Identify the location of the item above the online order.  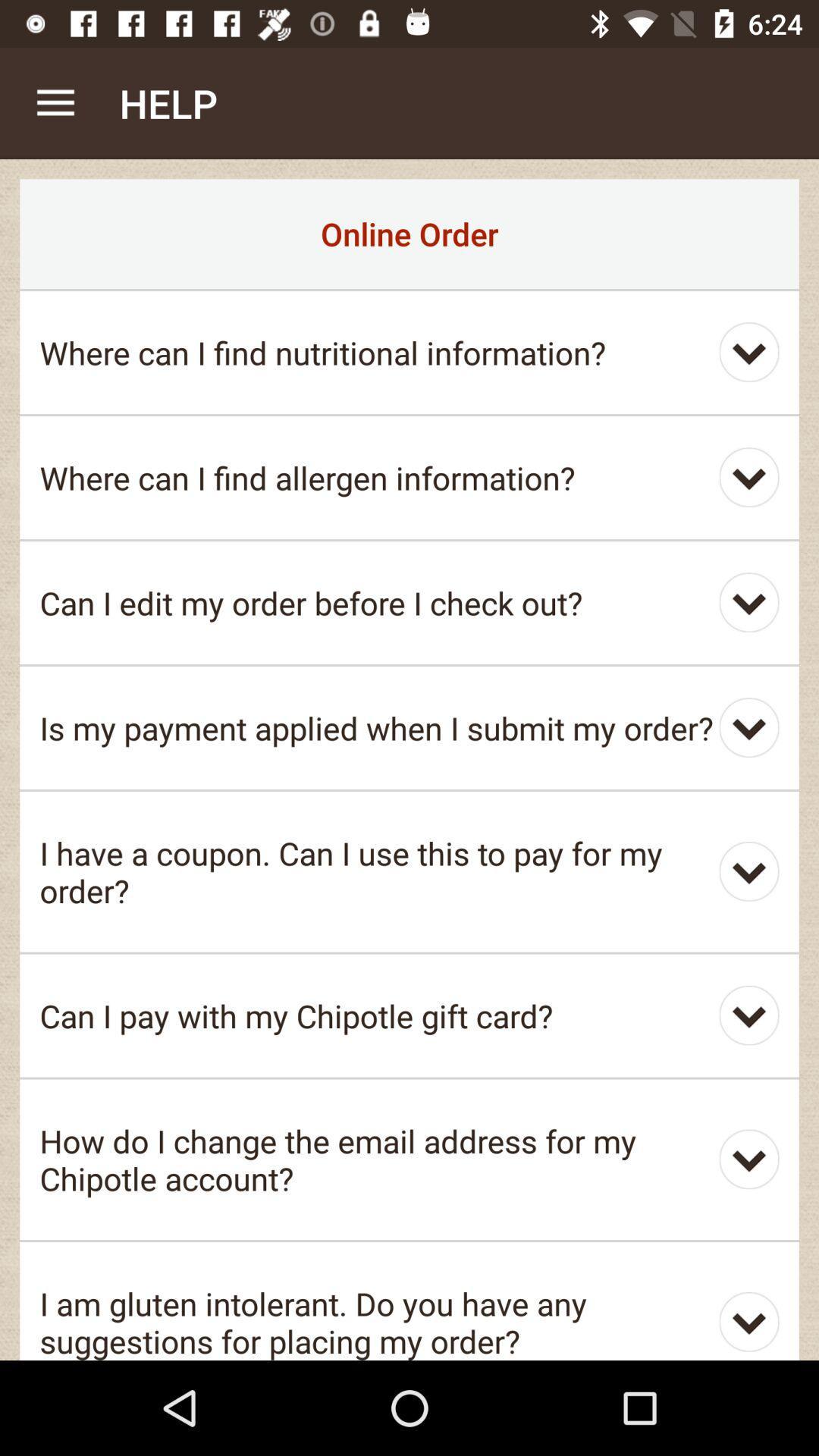
(55, 102).